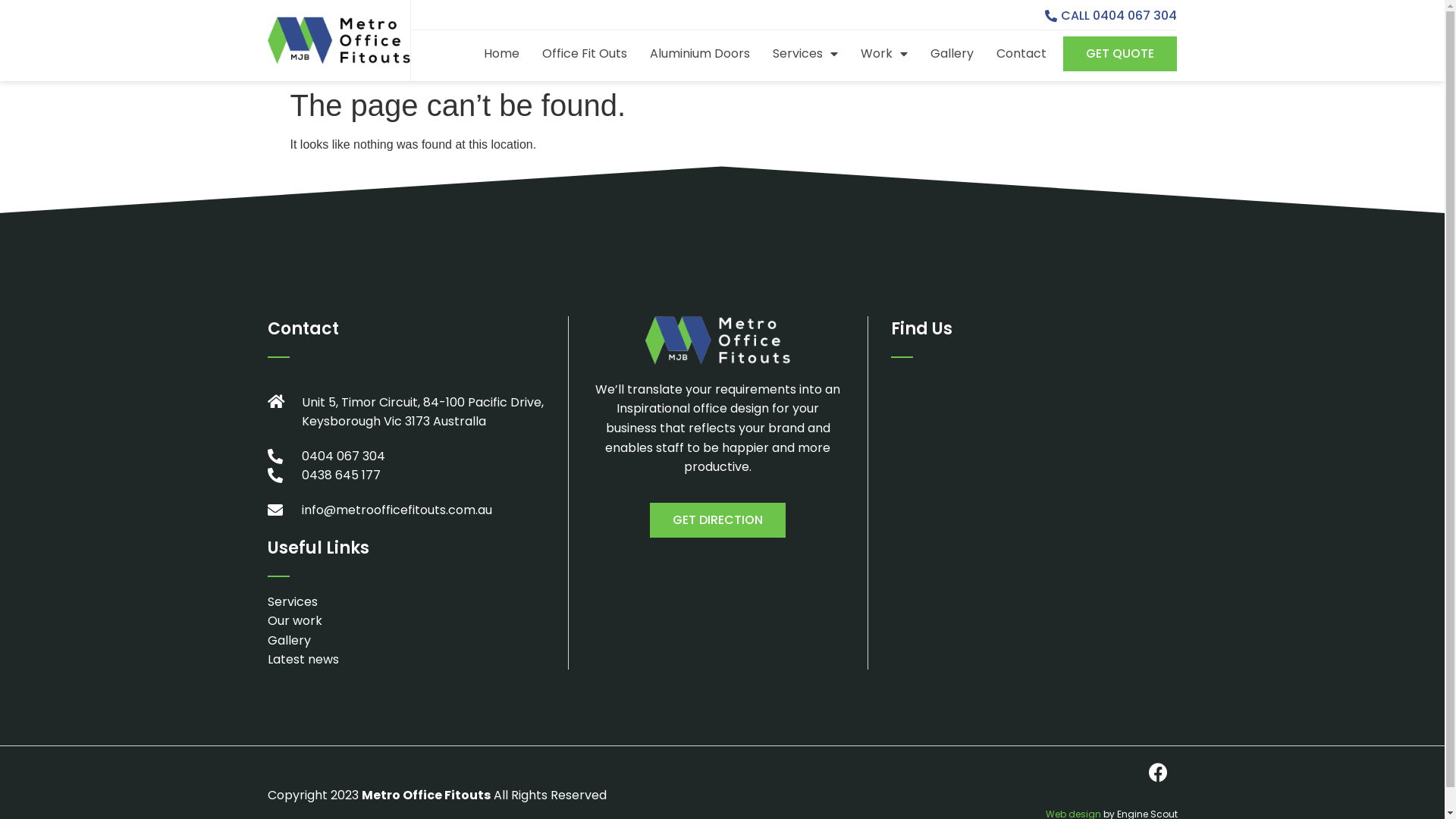 This screenshot has width=1456, height=819. Describe the element at coordinates (804, 52) in the screenshot. I see `'Services'` at that location.